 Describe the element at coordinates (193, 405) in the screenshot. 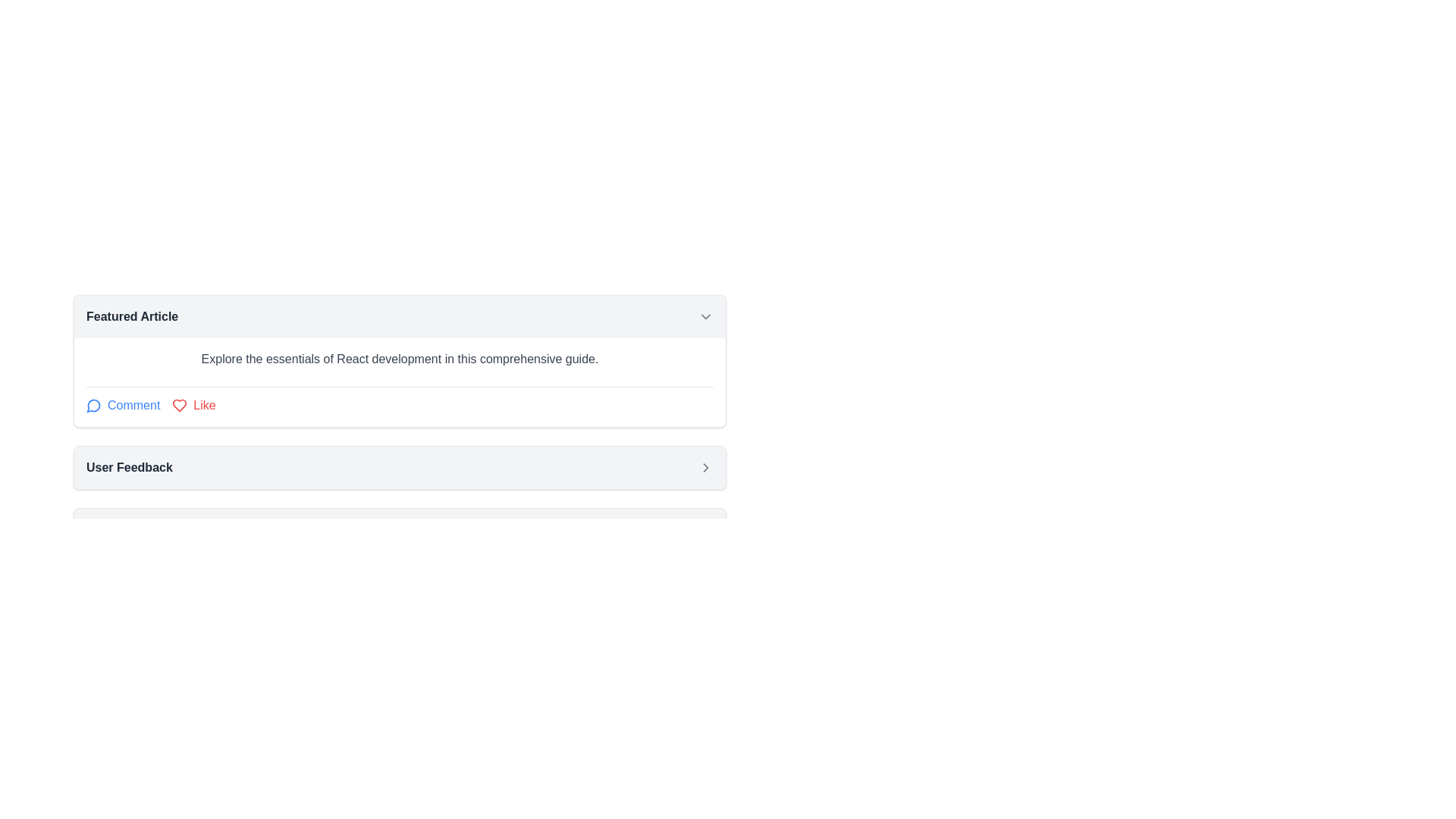

I see `the 'Like' button located to the right of the 'Comment' button underneath the article description to express a Like reaction` at that location.